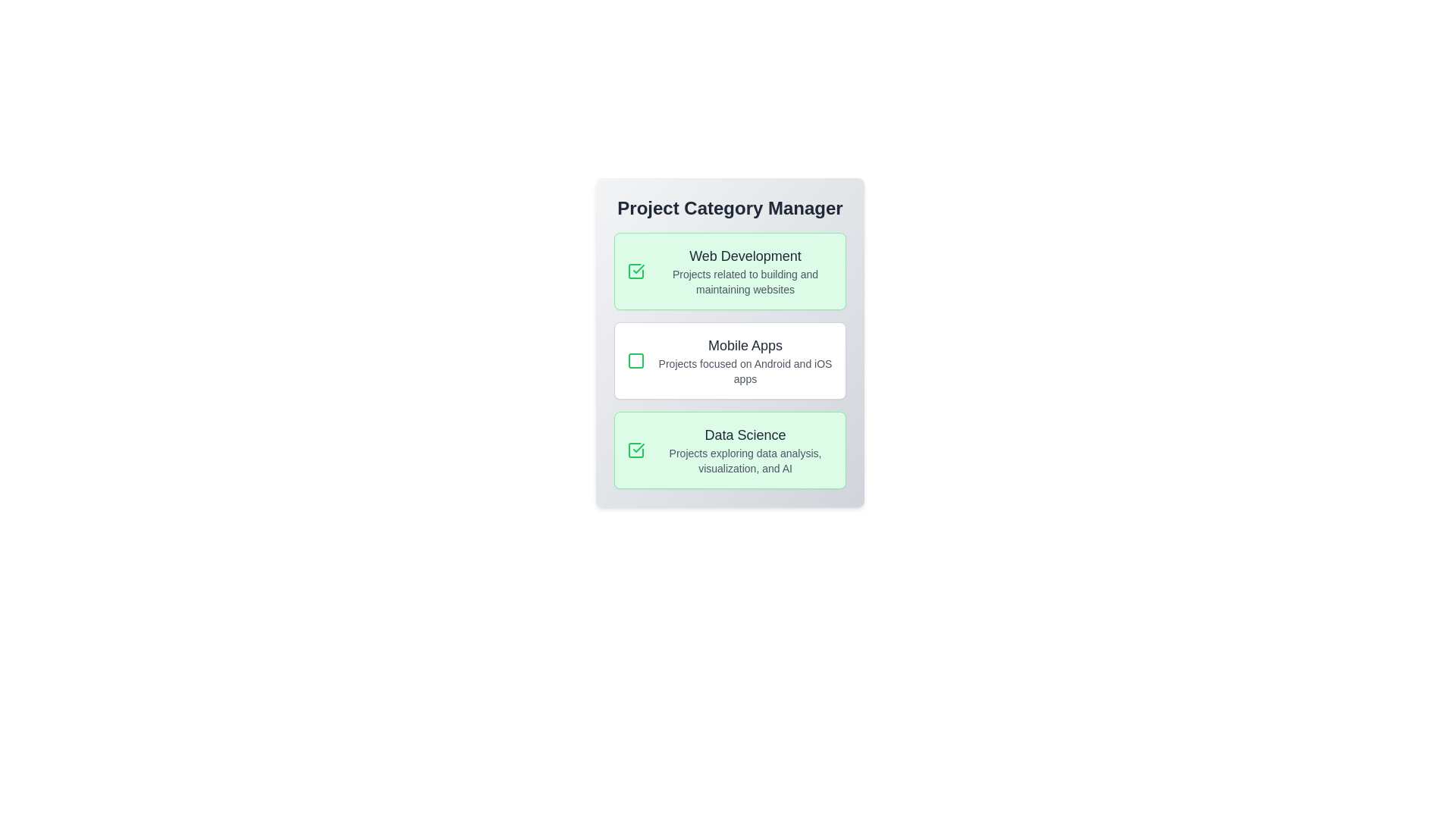  Describe the element at coordinates (636, 360) in the screenshot. I see `the icon associated with the 'Mobile Apps' entry, which is positioned at the start of the second entry in the list` at that location.